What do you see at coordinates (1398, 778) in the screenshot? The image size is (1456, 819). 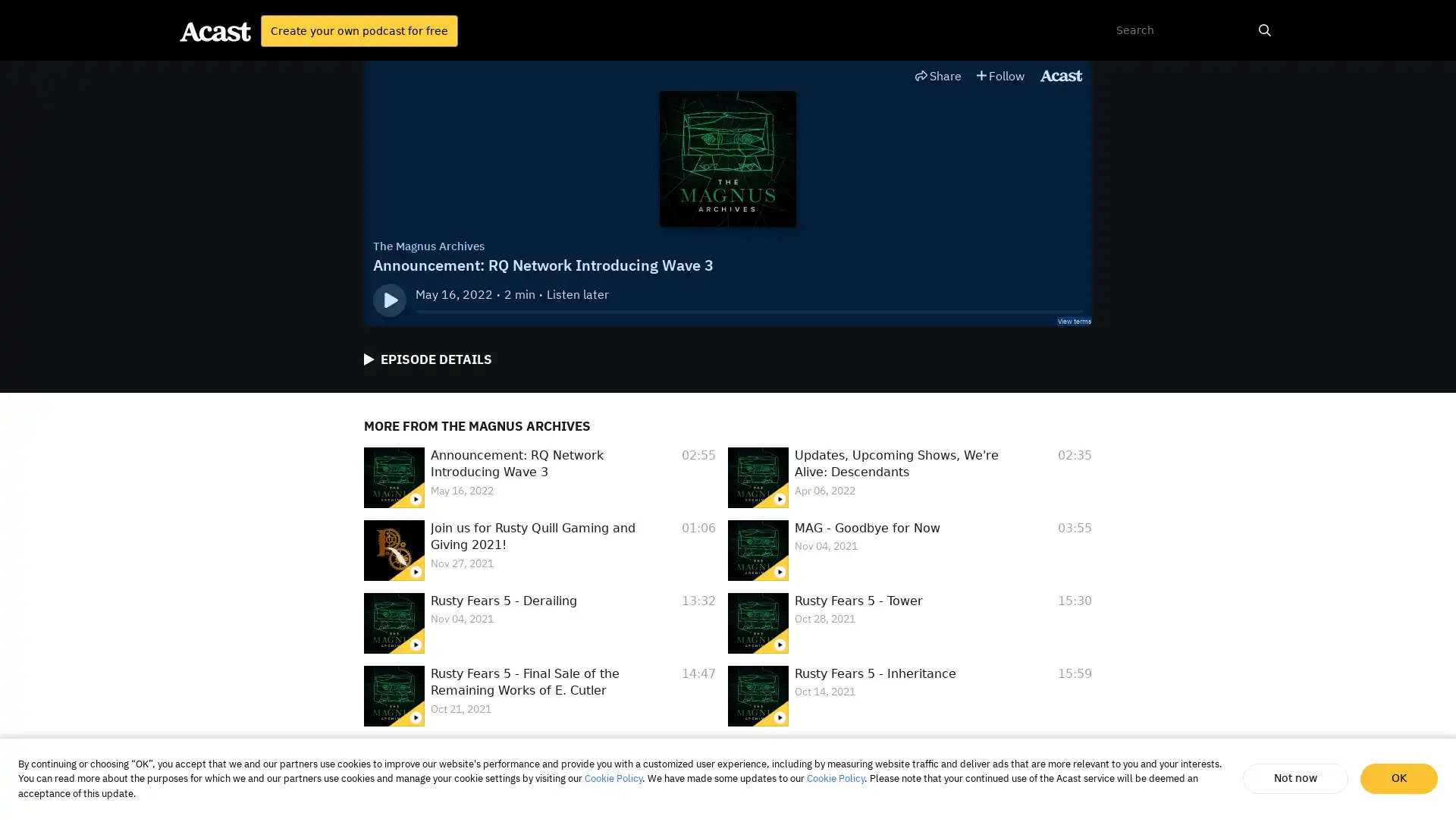 I see `OK` at bounding box center [1398, 778].